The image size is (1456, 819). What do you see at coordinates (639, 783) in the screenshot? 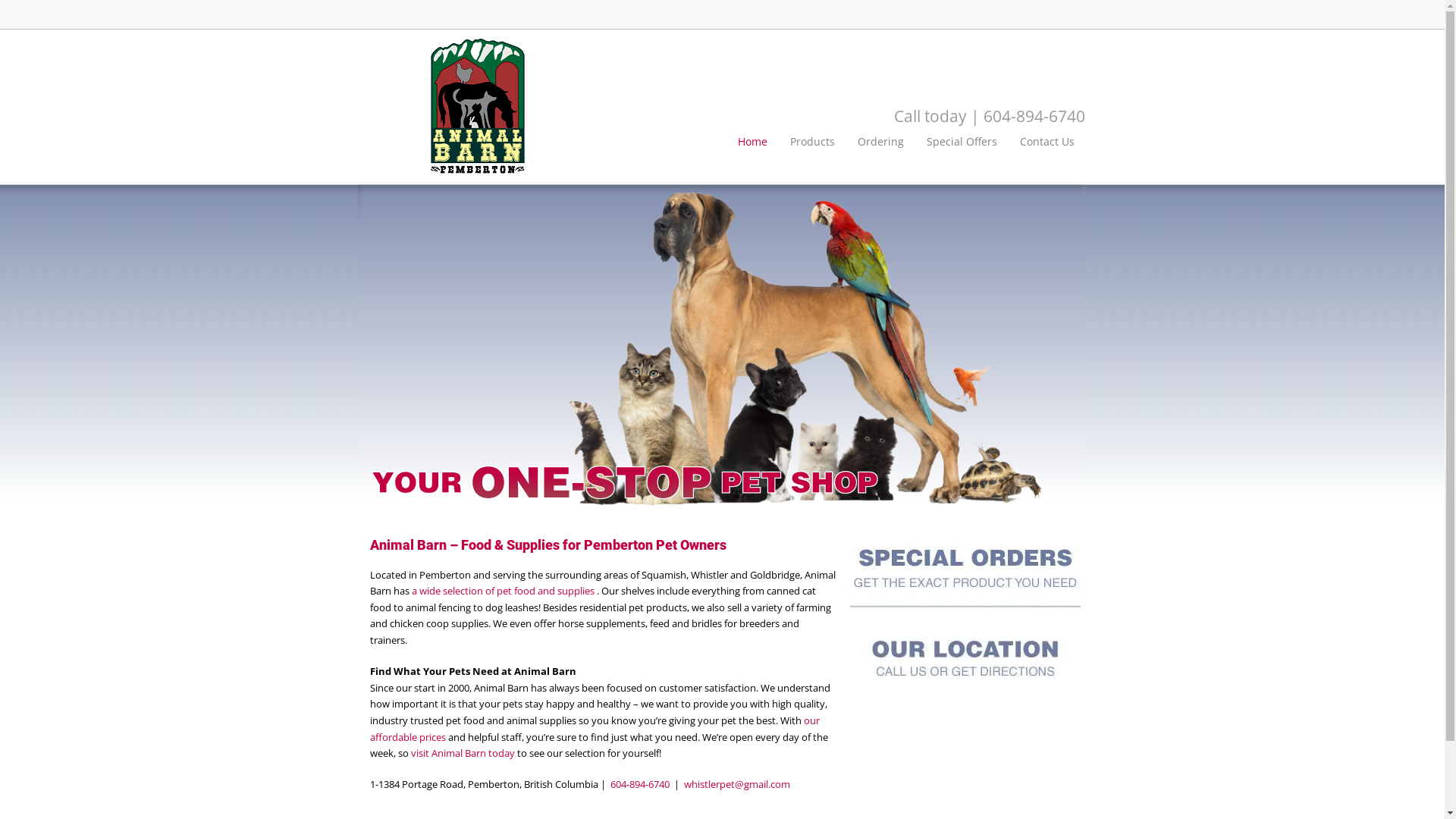
I see `'604-894-6740'` at bounding box center [639, 783].